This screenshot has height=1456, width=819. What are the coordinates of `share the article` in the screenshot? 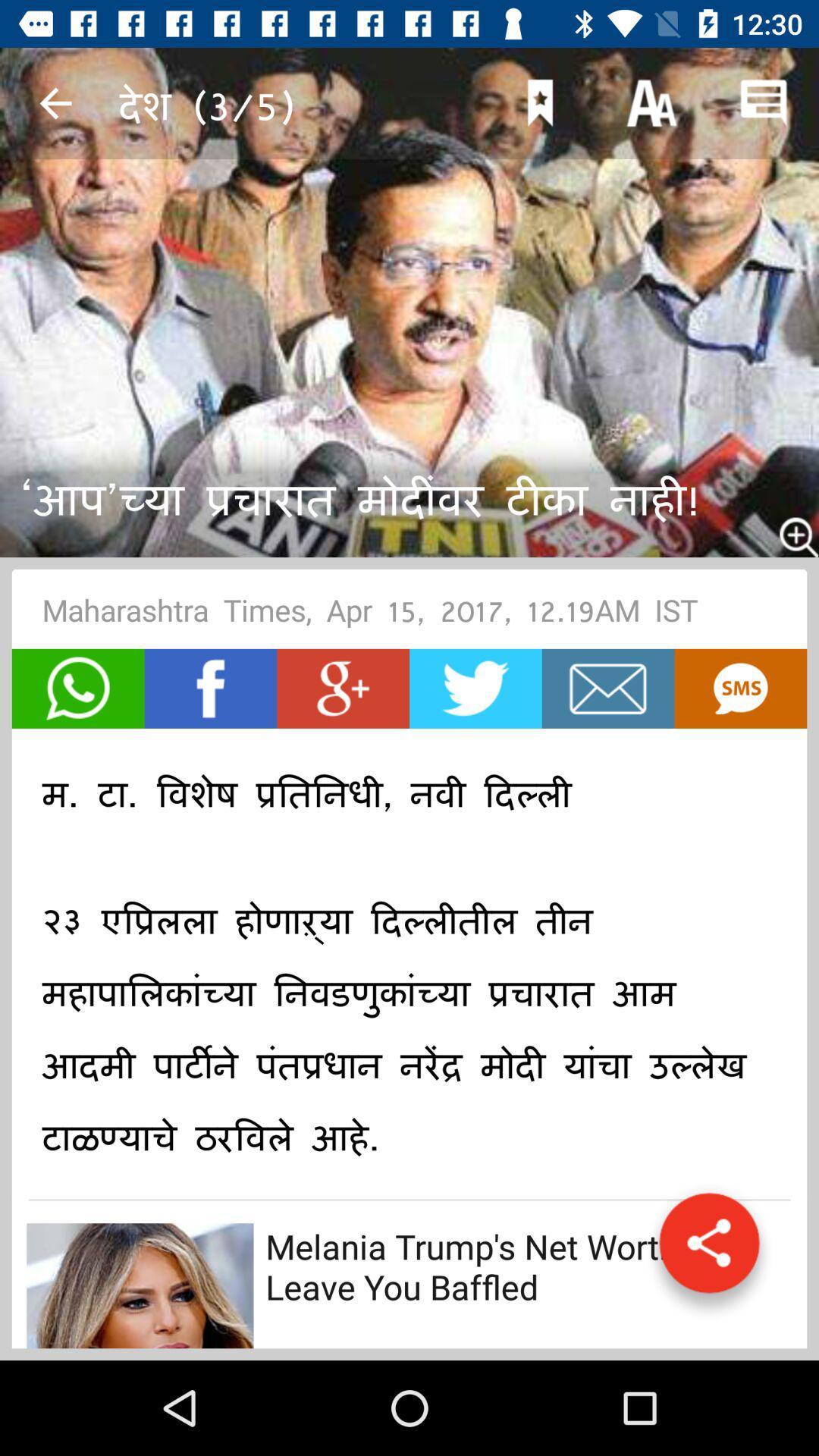 It's located at (709, 1250).